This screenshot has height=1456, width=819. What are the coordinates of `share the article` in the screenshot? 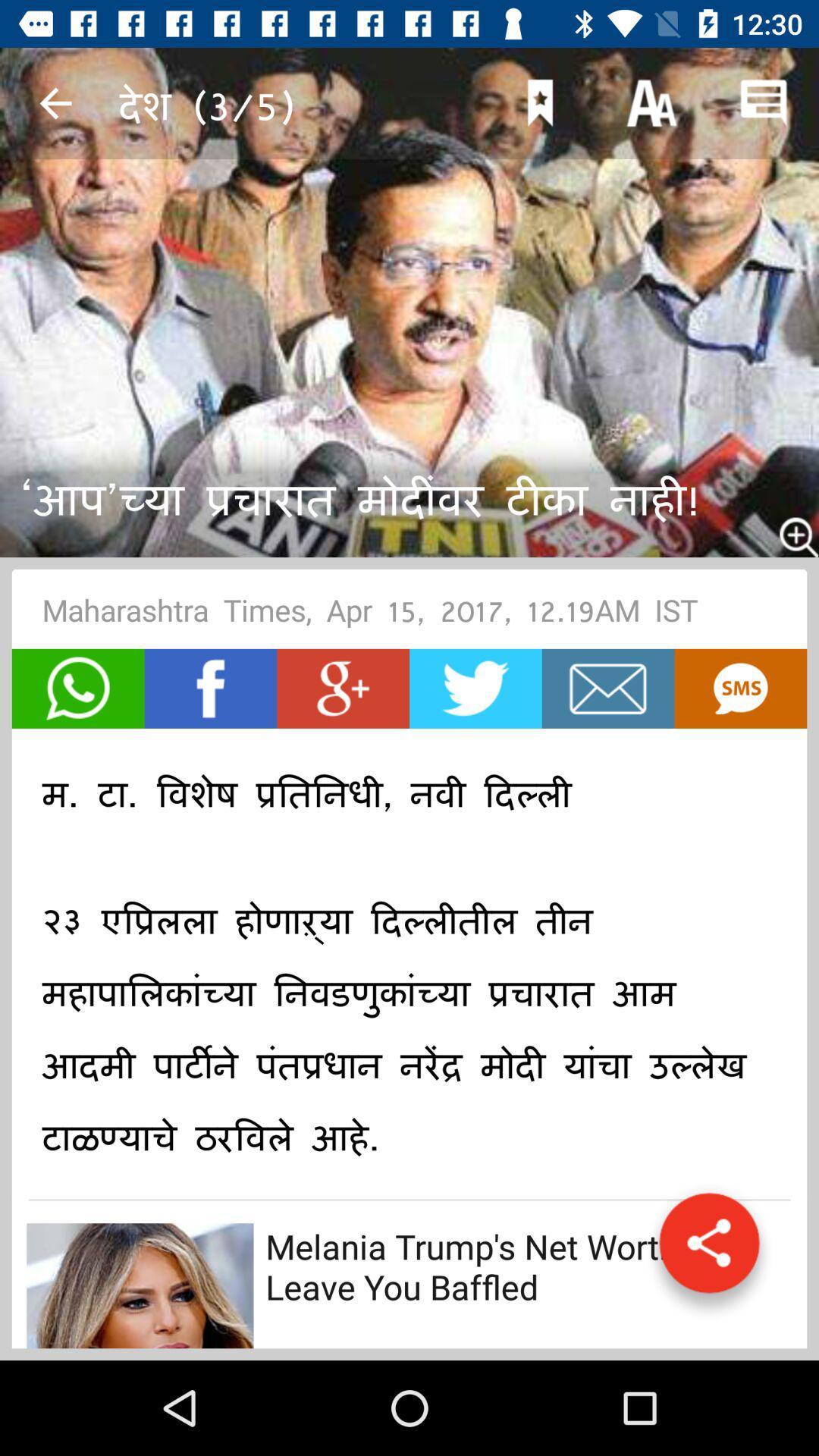 It's located at (709, 1250).